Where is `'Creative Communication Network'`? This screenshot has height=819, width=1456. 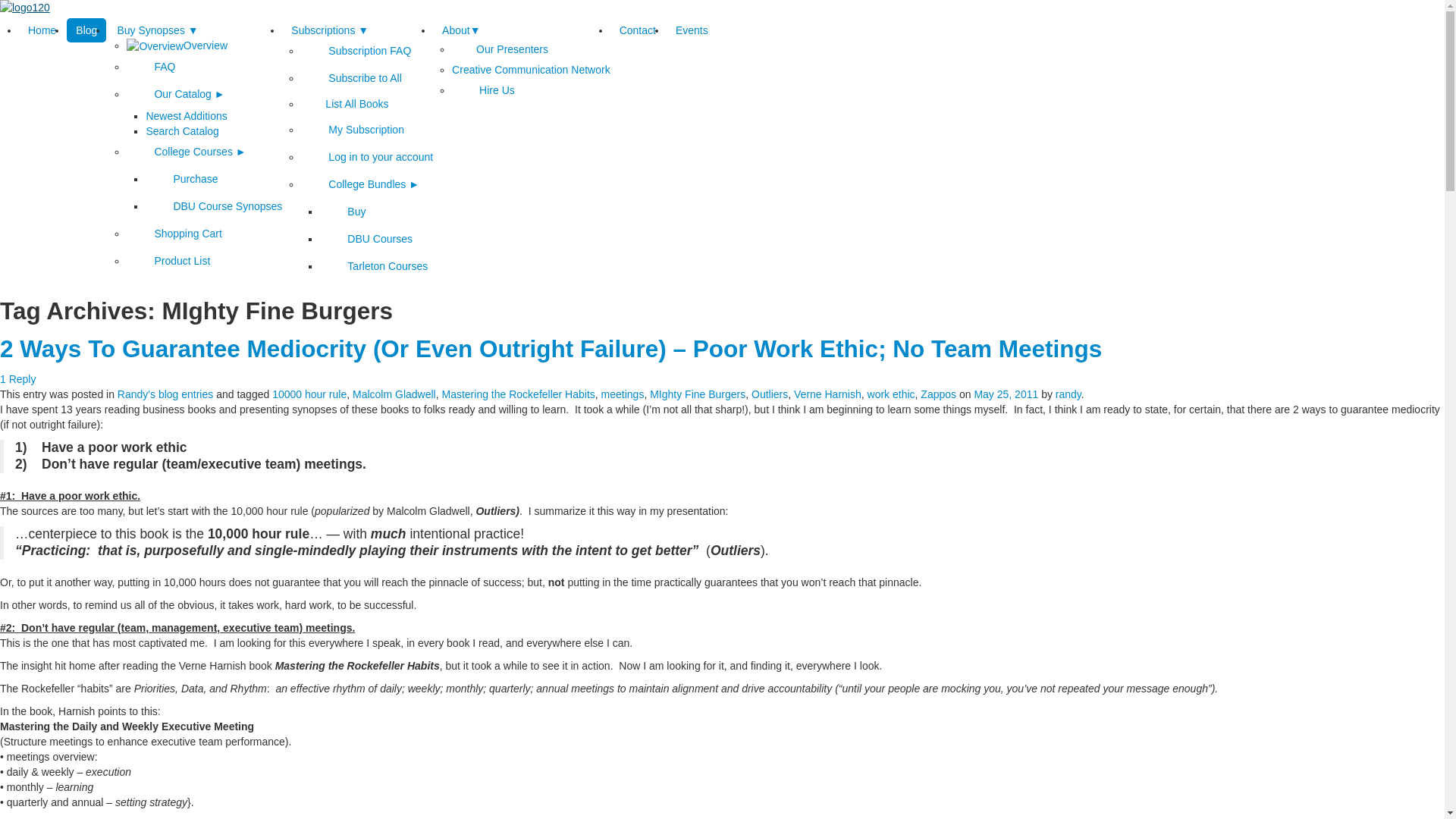
'Creative Communication Network' is located at coordinates (531, 70).